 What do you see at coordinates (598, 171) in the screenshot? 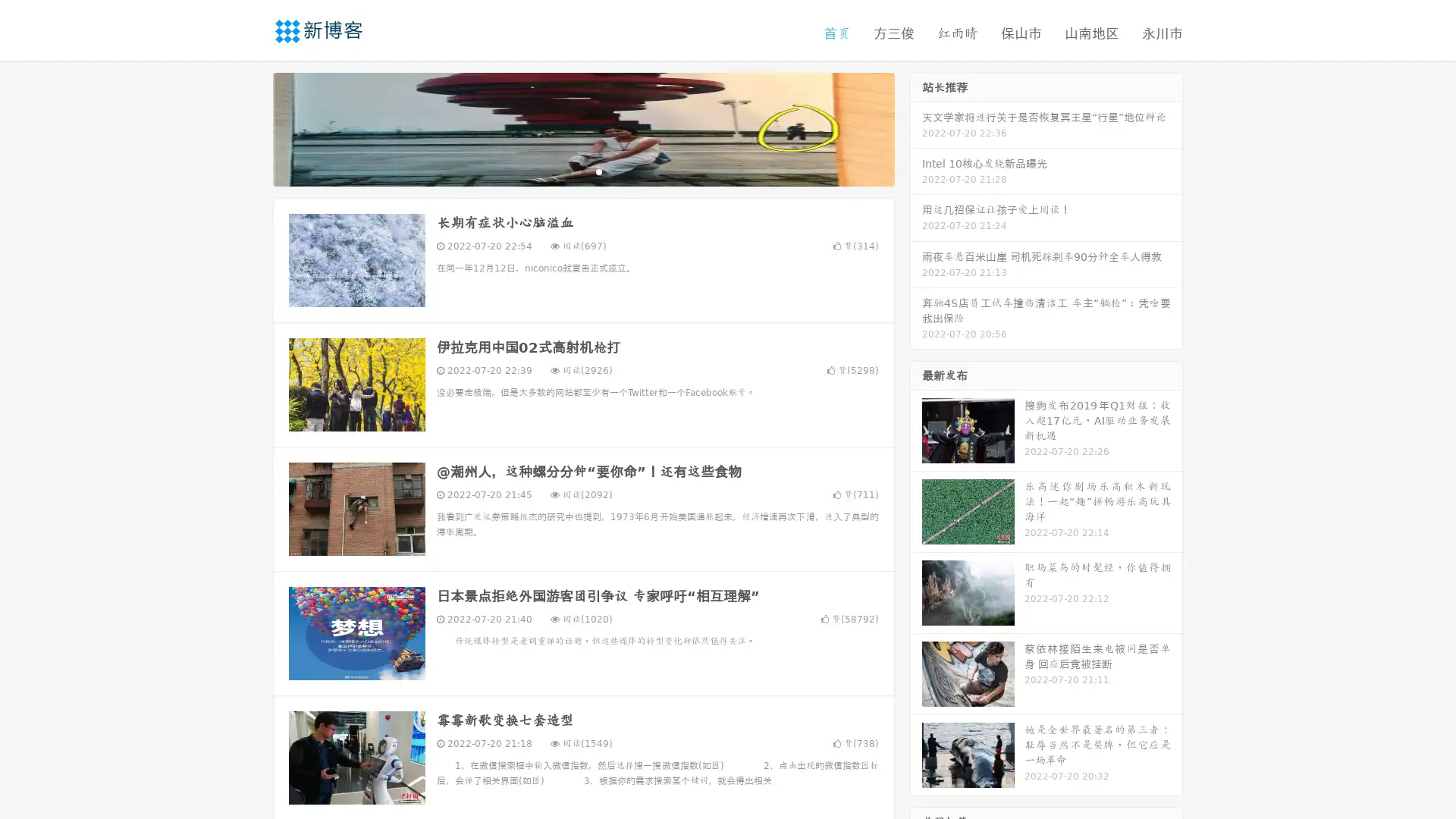
I see `Go to slide 3` at bounding box center [598, 171].